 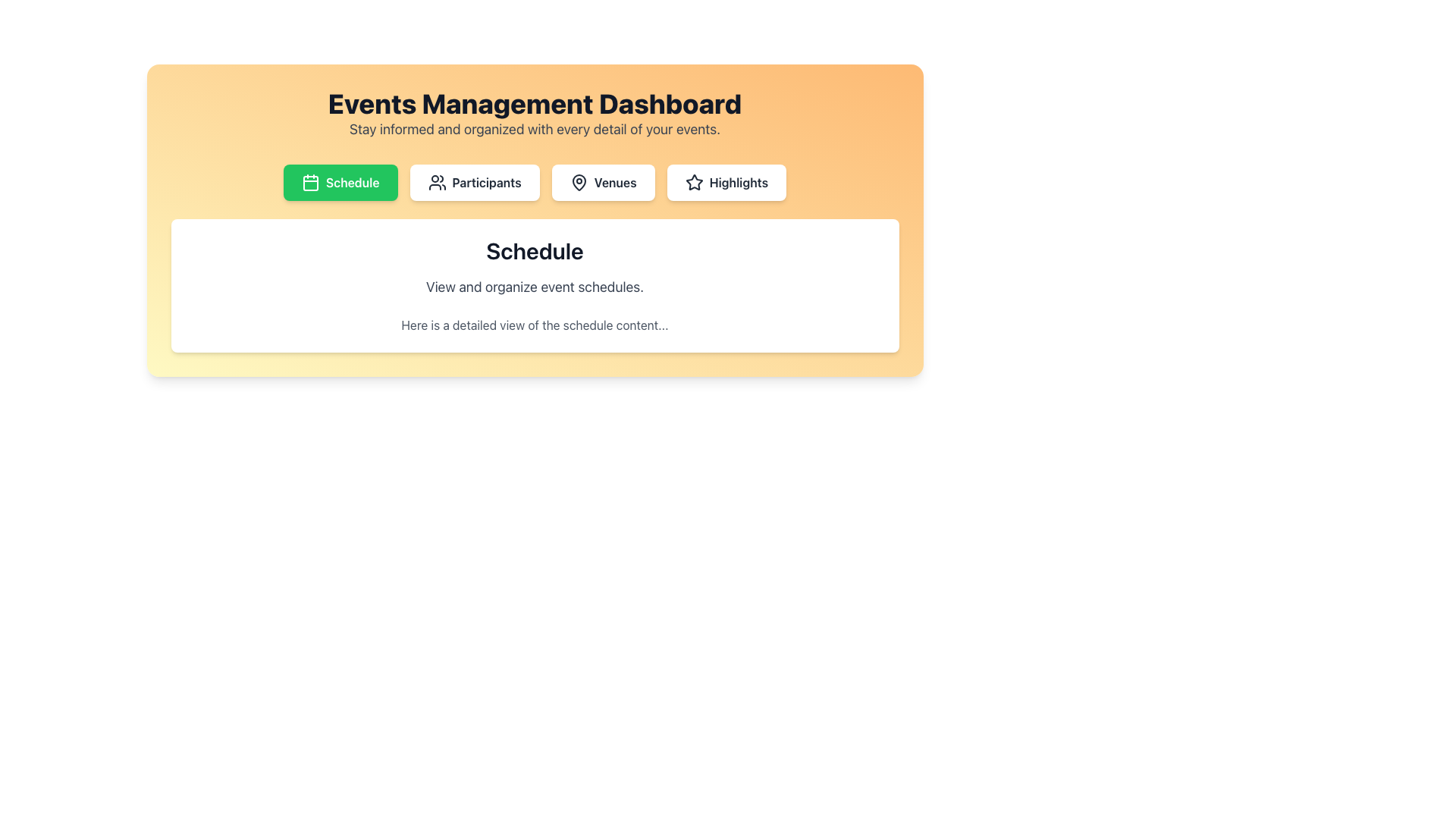 What do you see at coordinates (693, 181) in the screenshot?
I see `the star icon, which is a hollow, outlined dark gray icon located within the Highlights button on the Events Management Dashboard, positioned to the left of the text 'Highlights'` at bounding box center [693, 181].